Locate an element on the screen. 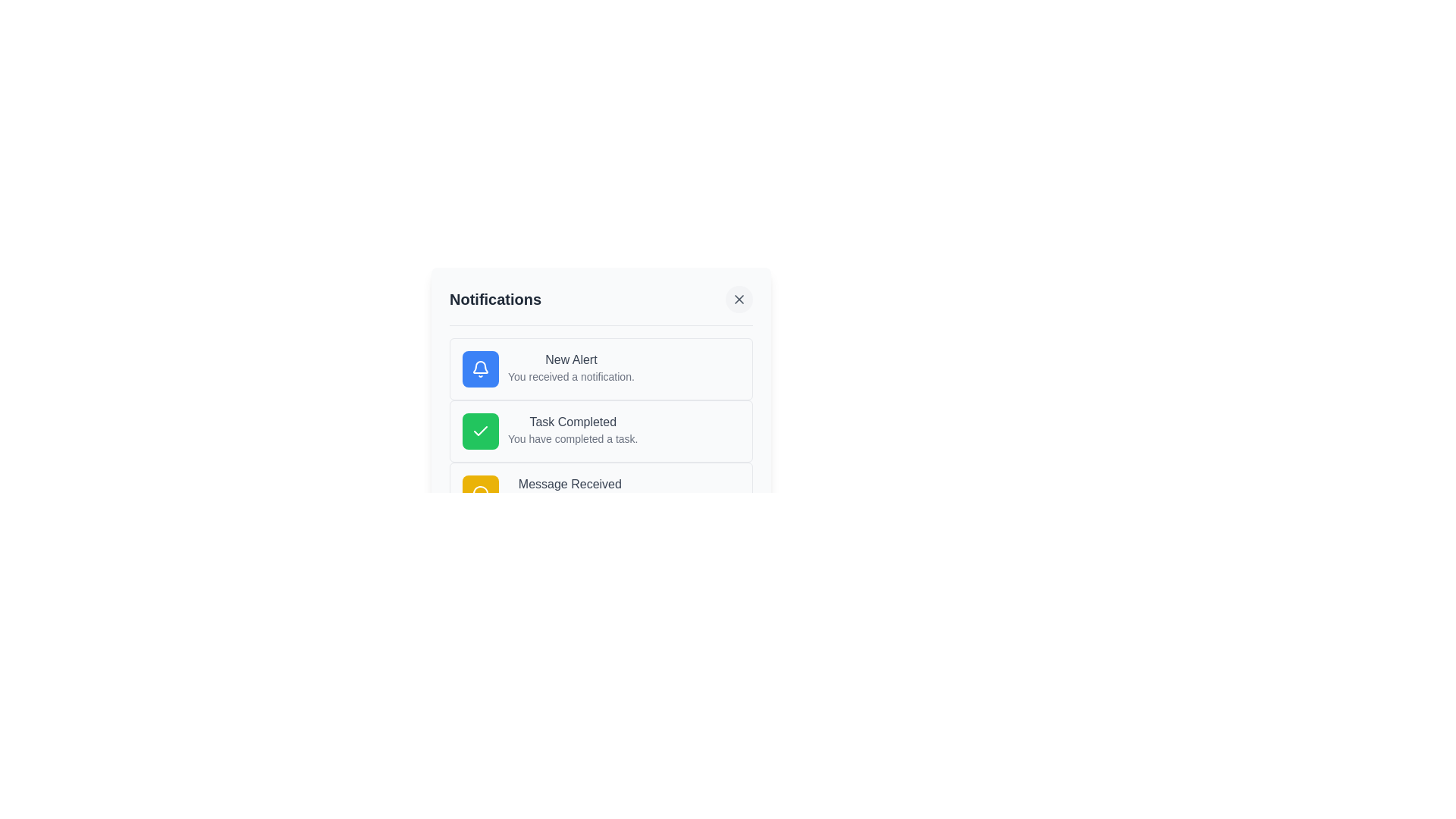 The width and height of the screenshot is (1456, 819). notification details from the Text content block titled 'New Alert' with the subtitle 'You received a notification.' is located at coordinates (570, 368).